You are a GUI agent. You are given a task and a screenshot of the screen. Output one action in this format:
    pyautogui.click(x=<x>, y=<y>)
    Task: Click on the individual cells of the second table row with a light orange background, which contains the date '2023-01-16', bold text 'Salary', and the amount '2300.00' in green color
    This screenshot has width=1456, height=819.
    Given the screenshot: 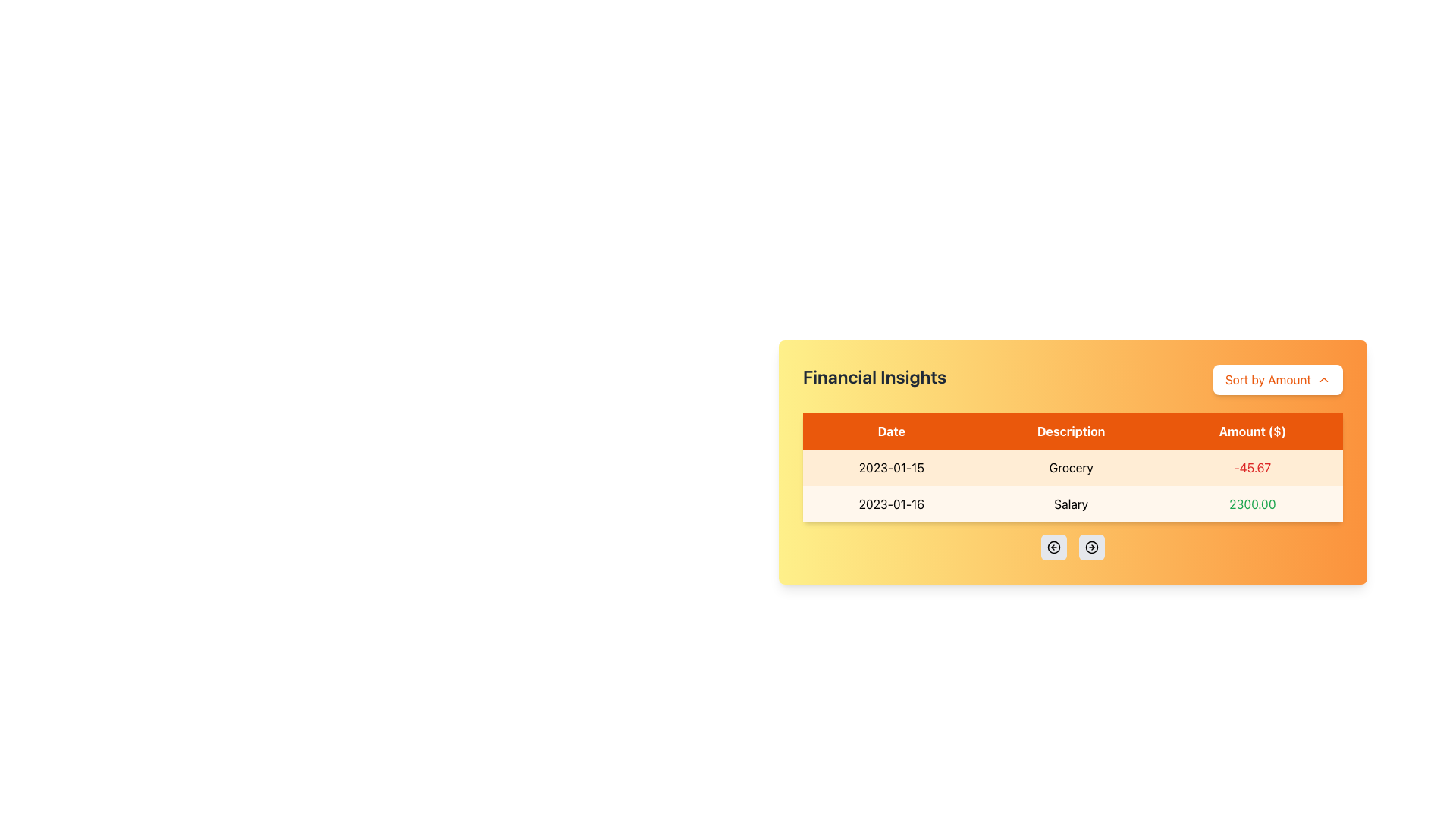 What is the action you would take?
    pyautogui.click(x=1072, y=504)
    